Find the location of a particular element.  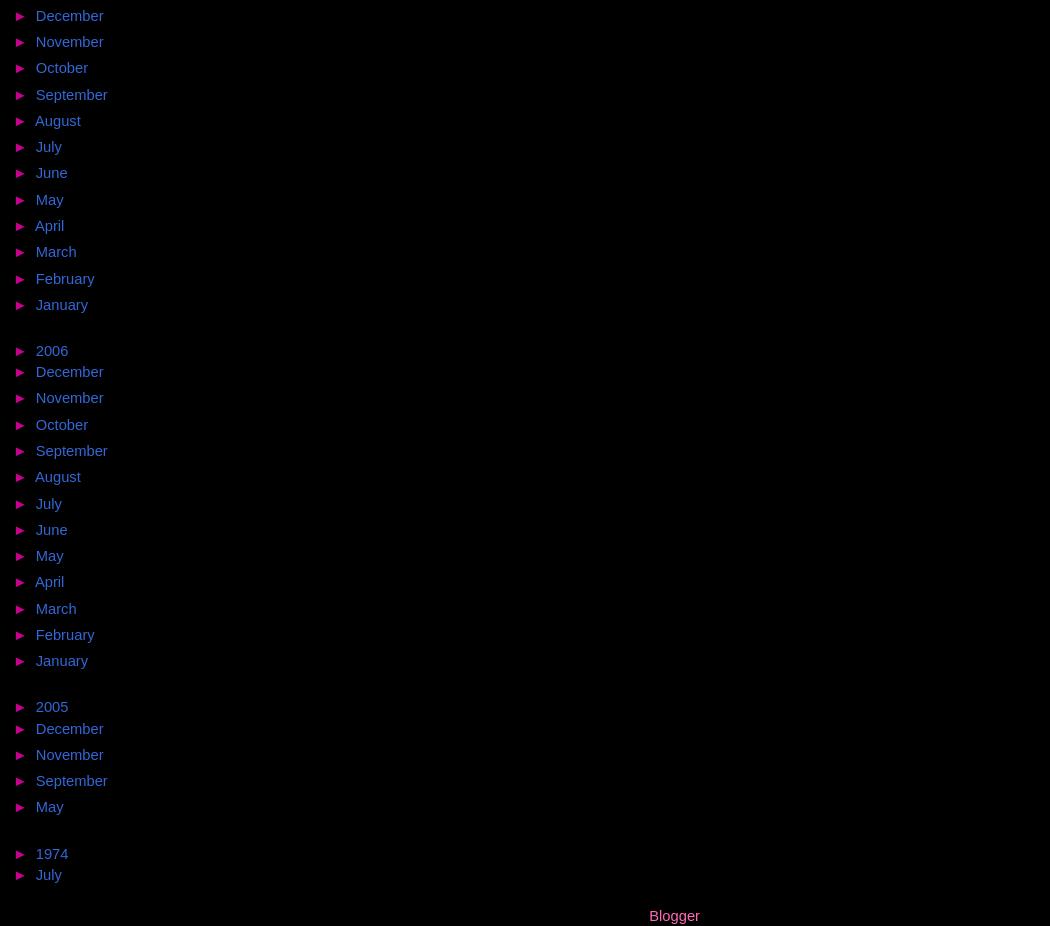

'Copyright Matt Mikalatos. Watermark theme. Powered by' is located at coordinates (270, 914).